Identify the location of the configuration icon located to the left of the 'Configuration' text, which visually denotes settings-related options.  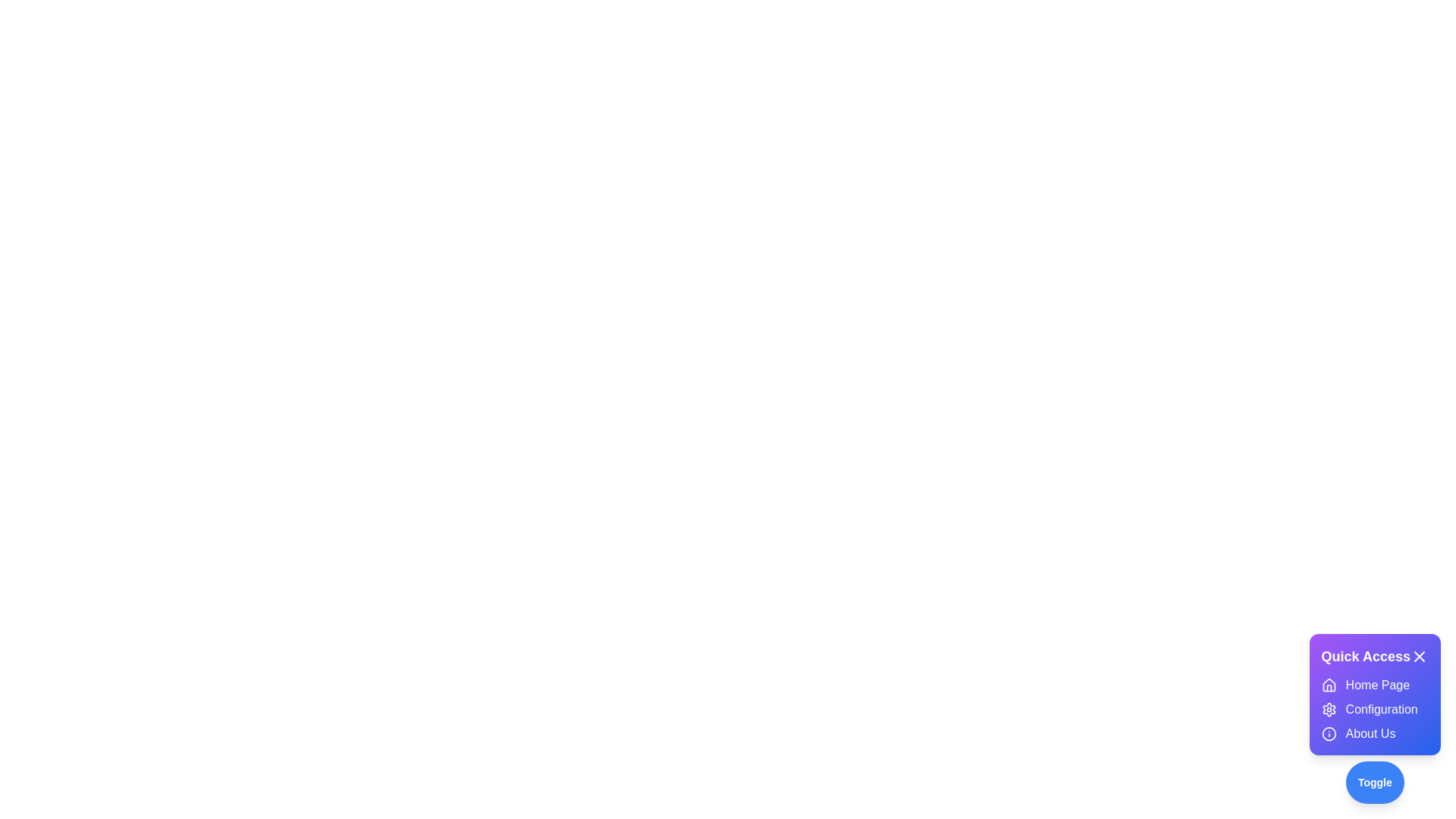
(1328, 710).